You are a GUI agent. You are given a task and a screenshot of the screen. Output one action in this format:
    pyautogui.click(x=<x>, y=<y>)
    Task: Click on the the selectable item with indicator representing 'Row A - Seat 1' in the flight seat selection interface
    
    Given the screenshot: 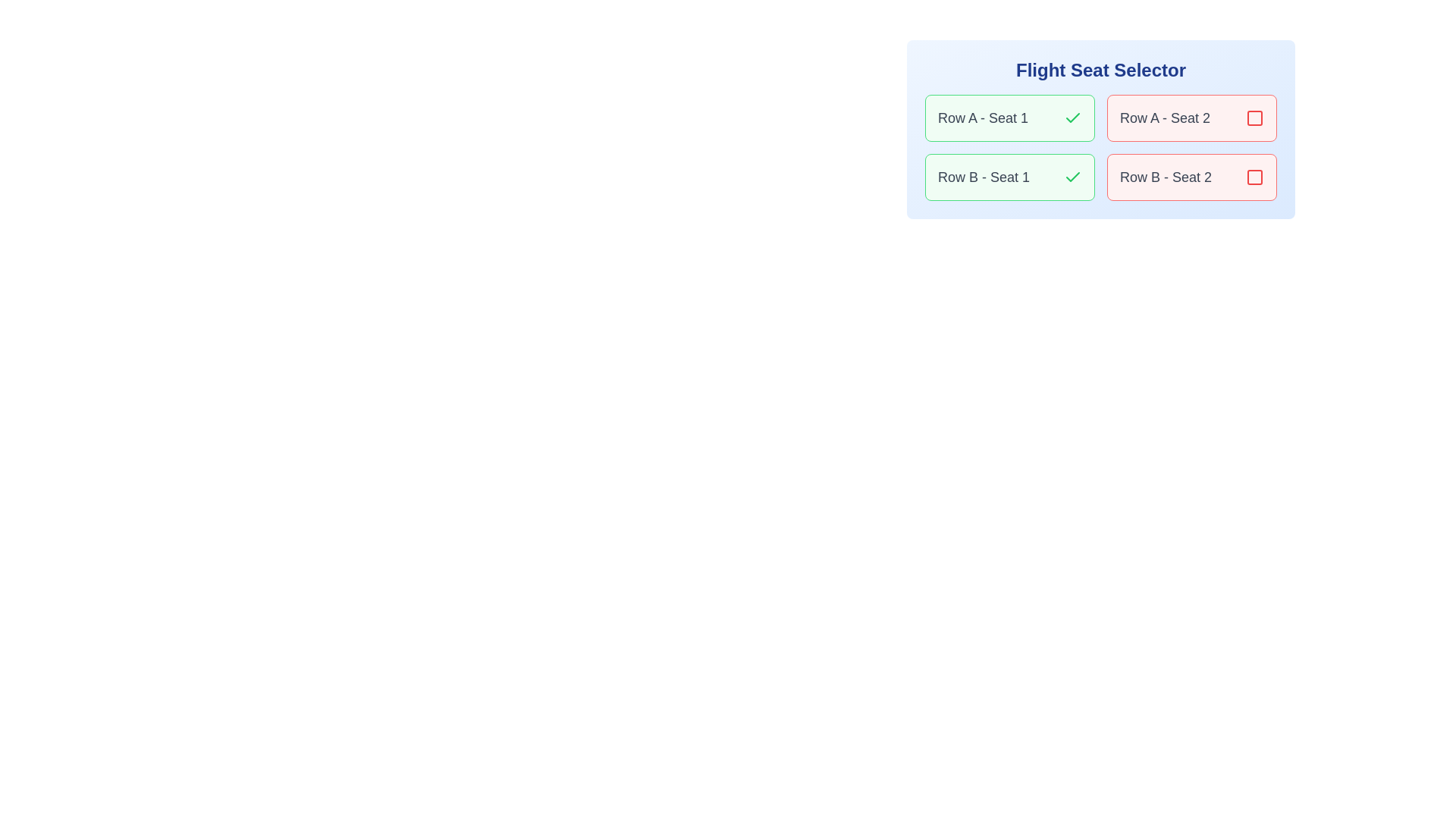 What is the action you would take?
    pyautogui.click(x=1009, y=117)
    